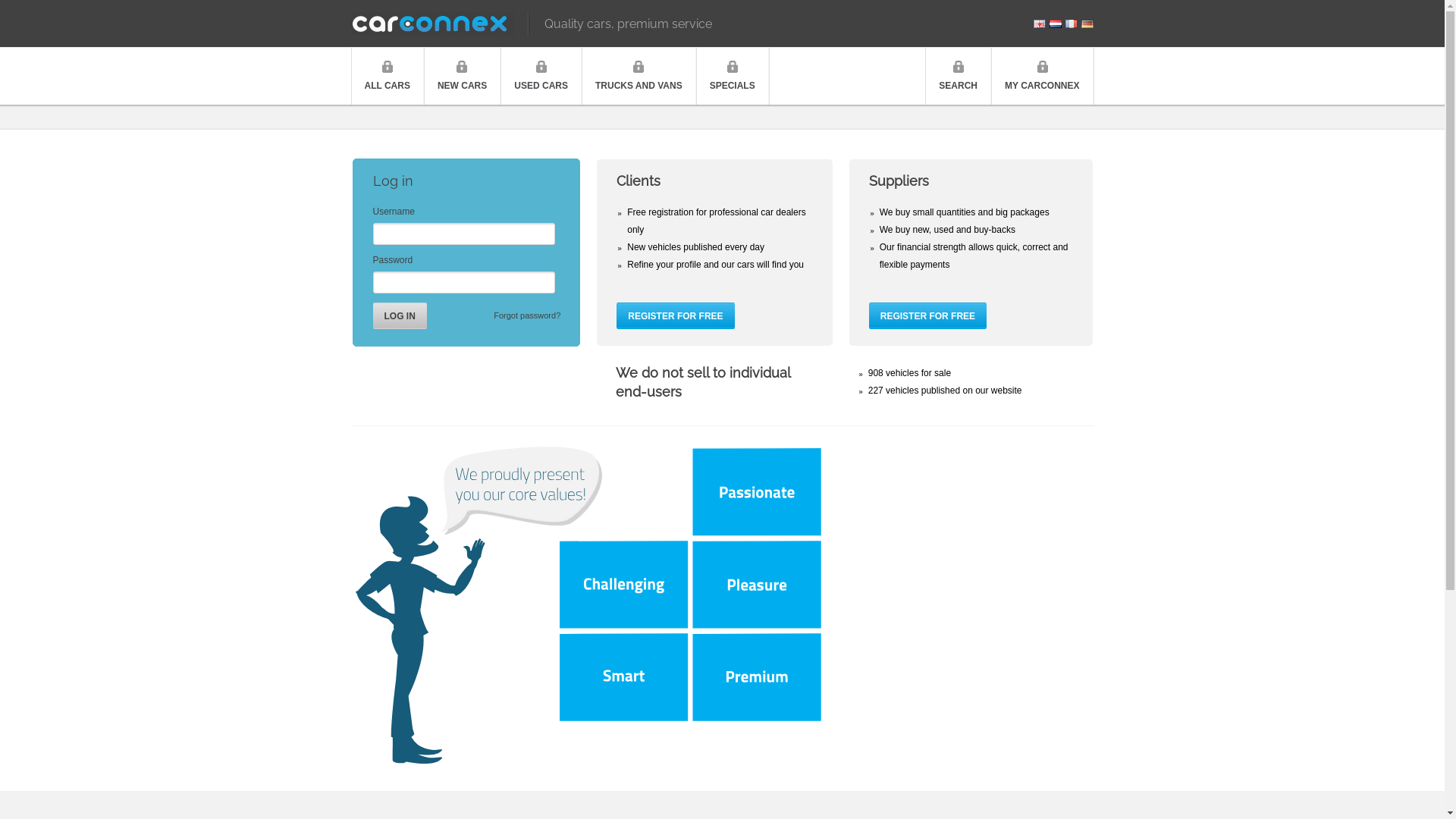 This screenshot has width=1456, height=819. I want to click on 'USED CARS', so click(541, 76).